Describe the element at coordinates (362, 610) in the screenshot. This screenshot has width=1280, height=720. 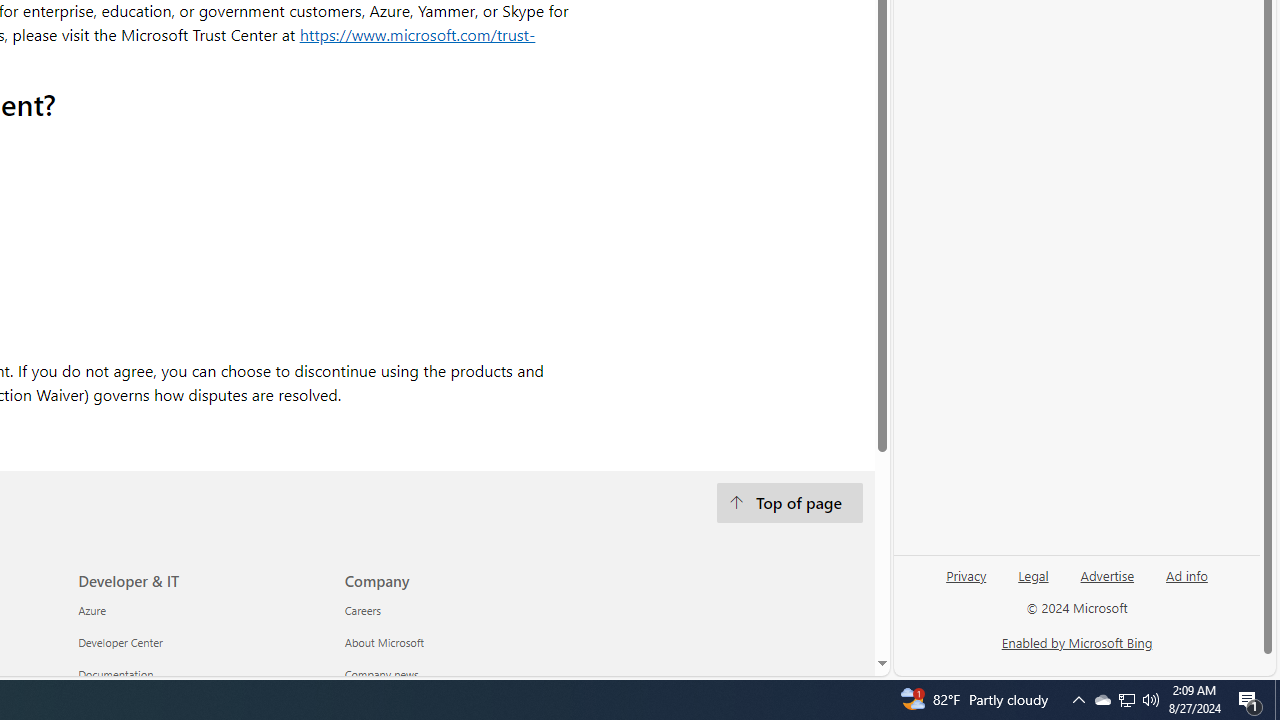
I see `'Careers Company'` at that location.